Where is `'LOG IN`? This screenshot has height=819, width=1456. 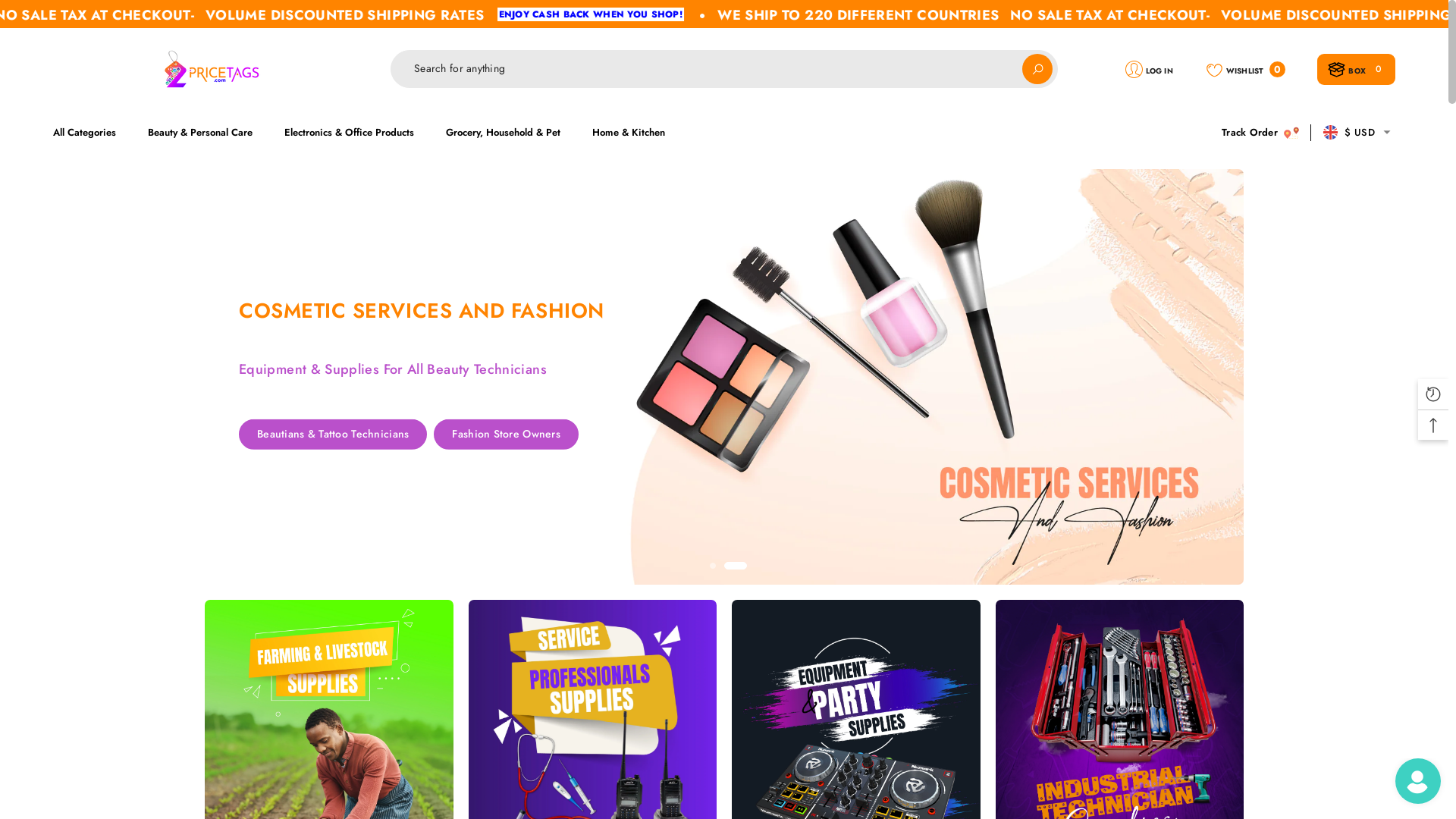
'LOG IN is located at coordinates (1149, 68).